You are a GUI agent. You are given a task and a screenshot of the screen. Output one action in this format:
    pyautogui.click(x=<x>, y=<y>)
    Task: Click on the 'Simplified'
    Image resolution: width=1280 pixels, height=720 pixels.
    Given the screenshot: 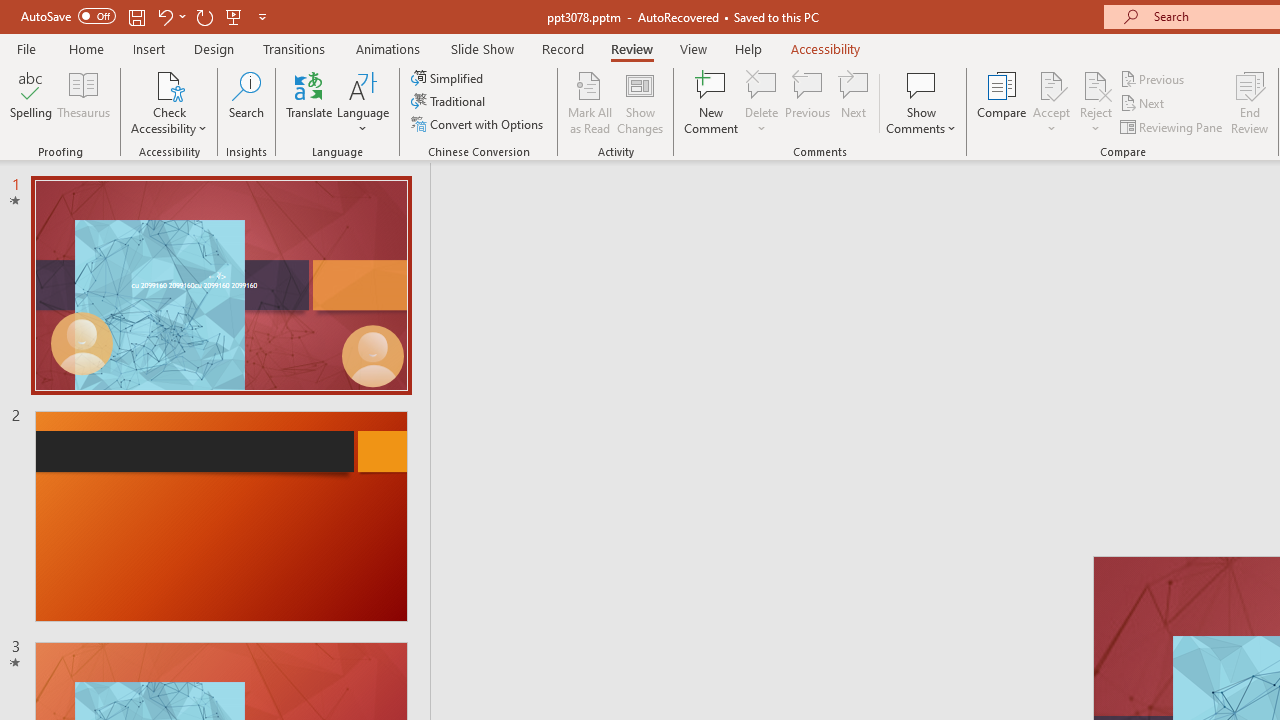 What is the action you would take?
    pyautogui.click(x=448, y=77)
    